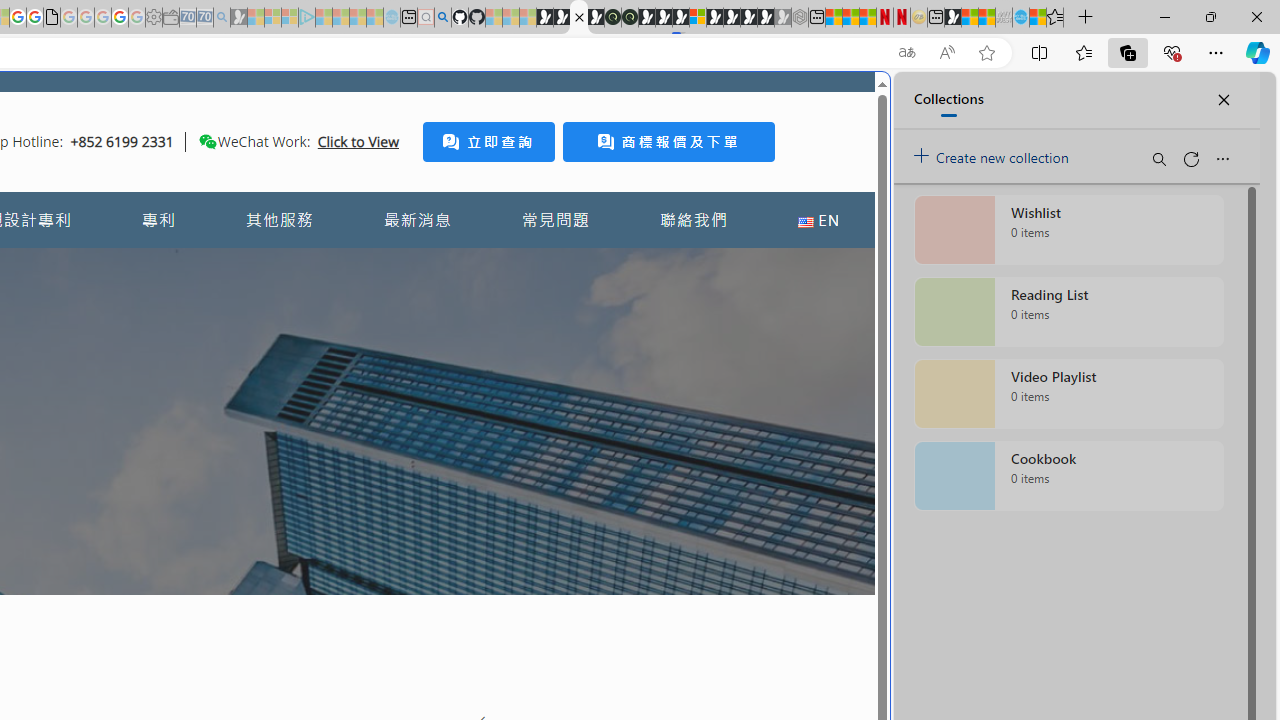 The height and width of the screenshot is (720, 1280). What do you see at coordinates (1020, 17) in the screenshot?
I see `'Services - Maintenance | Sky Blue Bikes - Sky Blue Bikes'` at bounding box center [1020, 17].